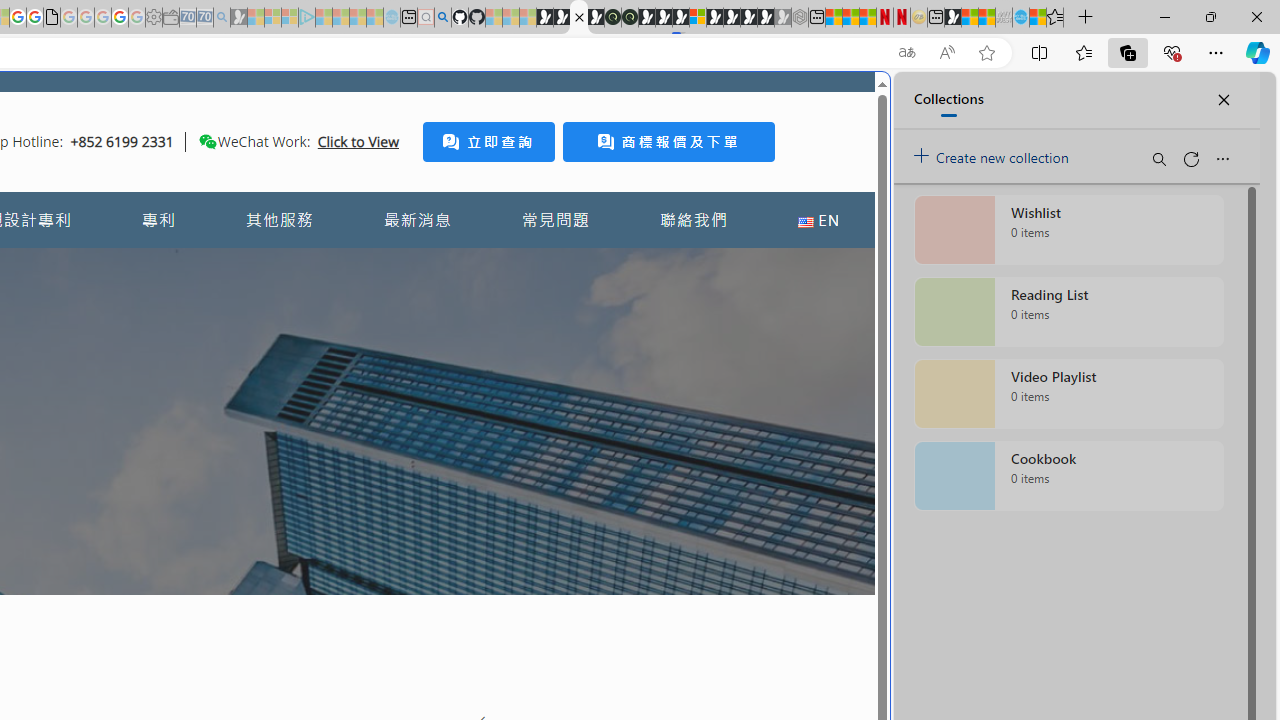 The height and width of the screenshot is (720, 1280). What do you see at coordinates (1020, 17) in the screenshot?
I see `'Services - Maintenance | Sky Blue Bikes - Sky Blue Bikes'` at bounding box center [1020, 17].